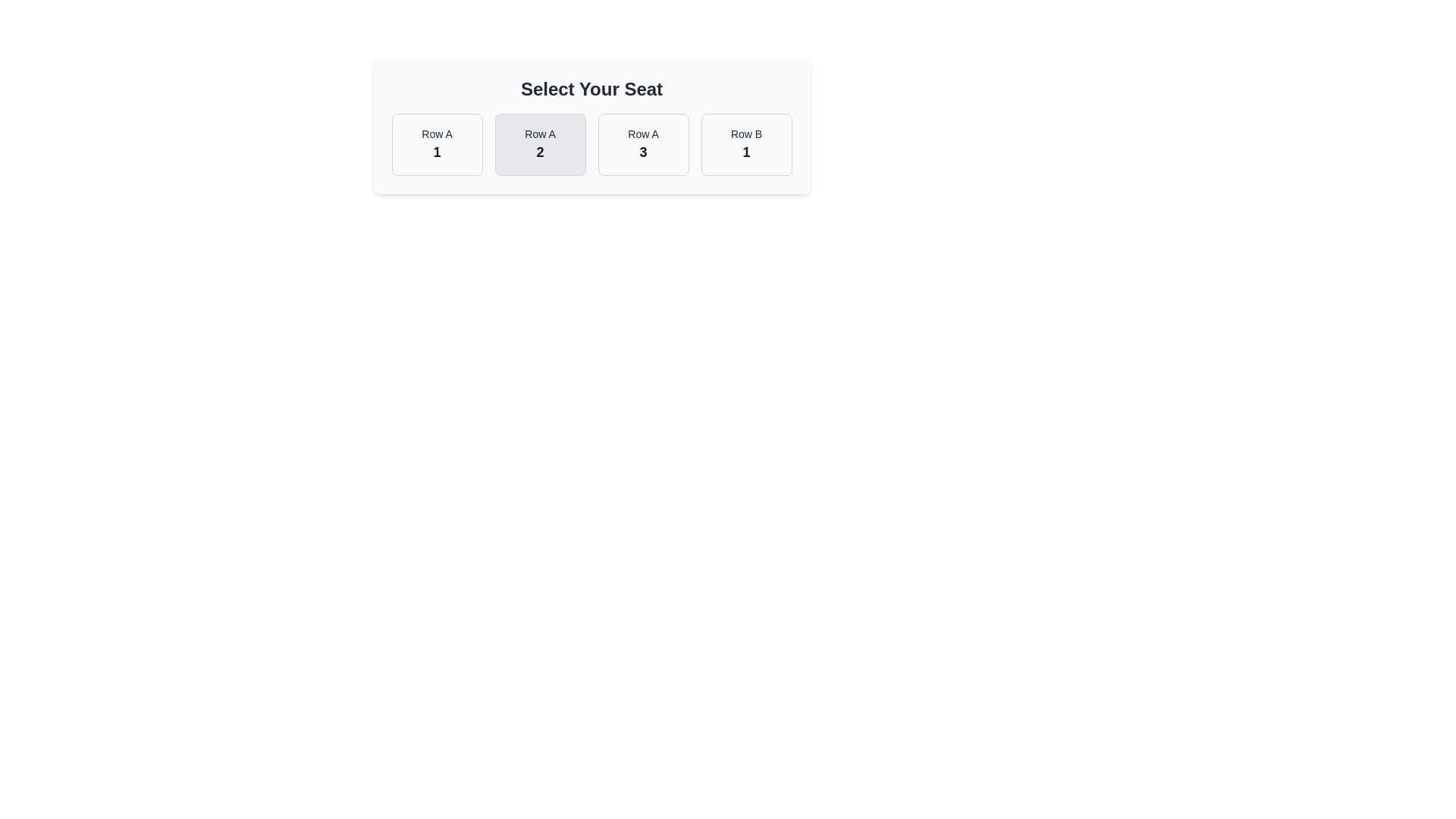 Image resolution: width=1456 pixels, height=819 pixels. I want to click on text of the bold numeral '1' located below the text 'Row B' in the section labeled 'Row B', so click(746, 152).